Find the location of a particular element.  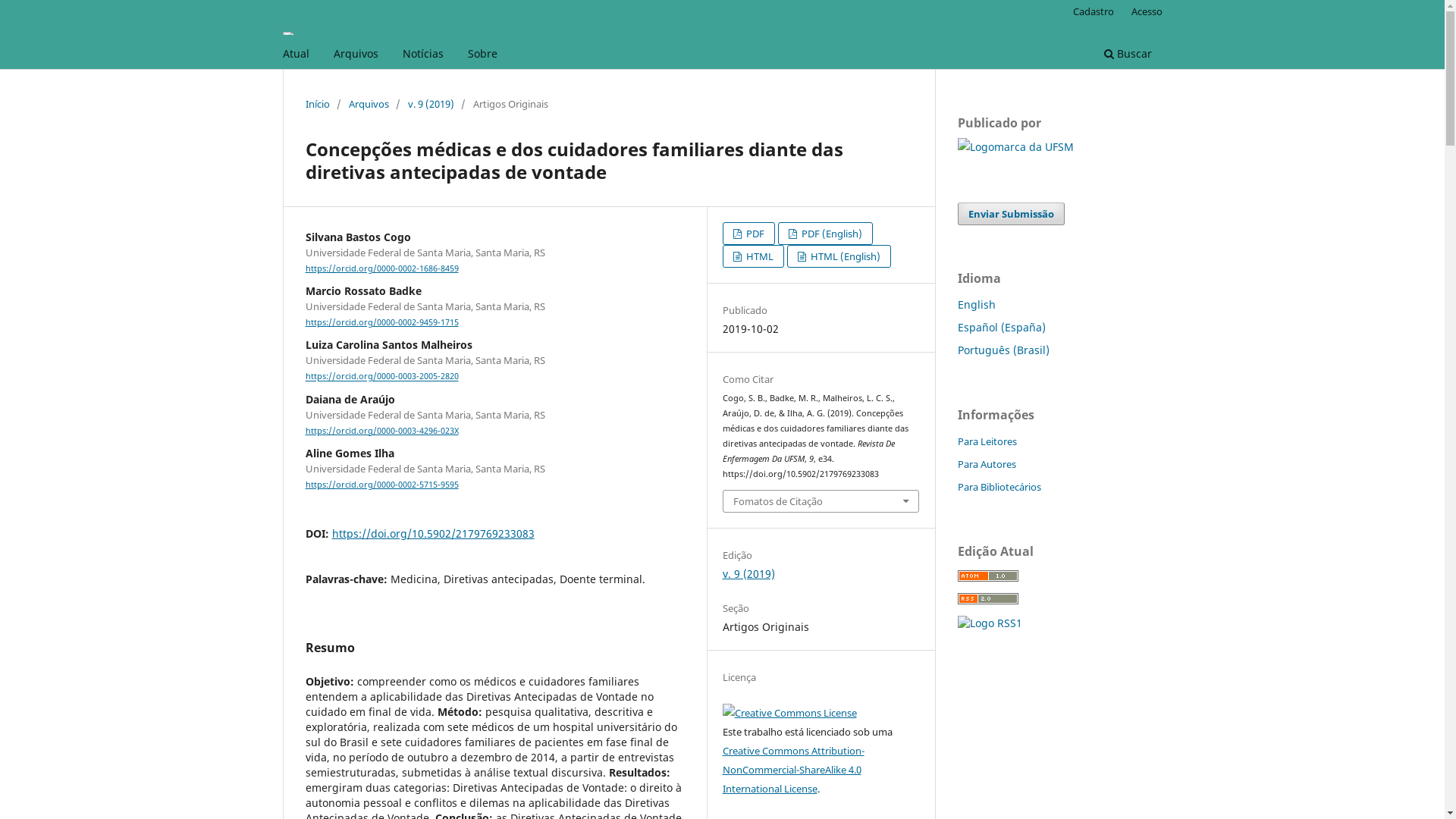

'Arquivos' is located at coordinates (354, 55).